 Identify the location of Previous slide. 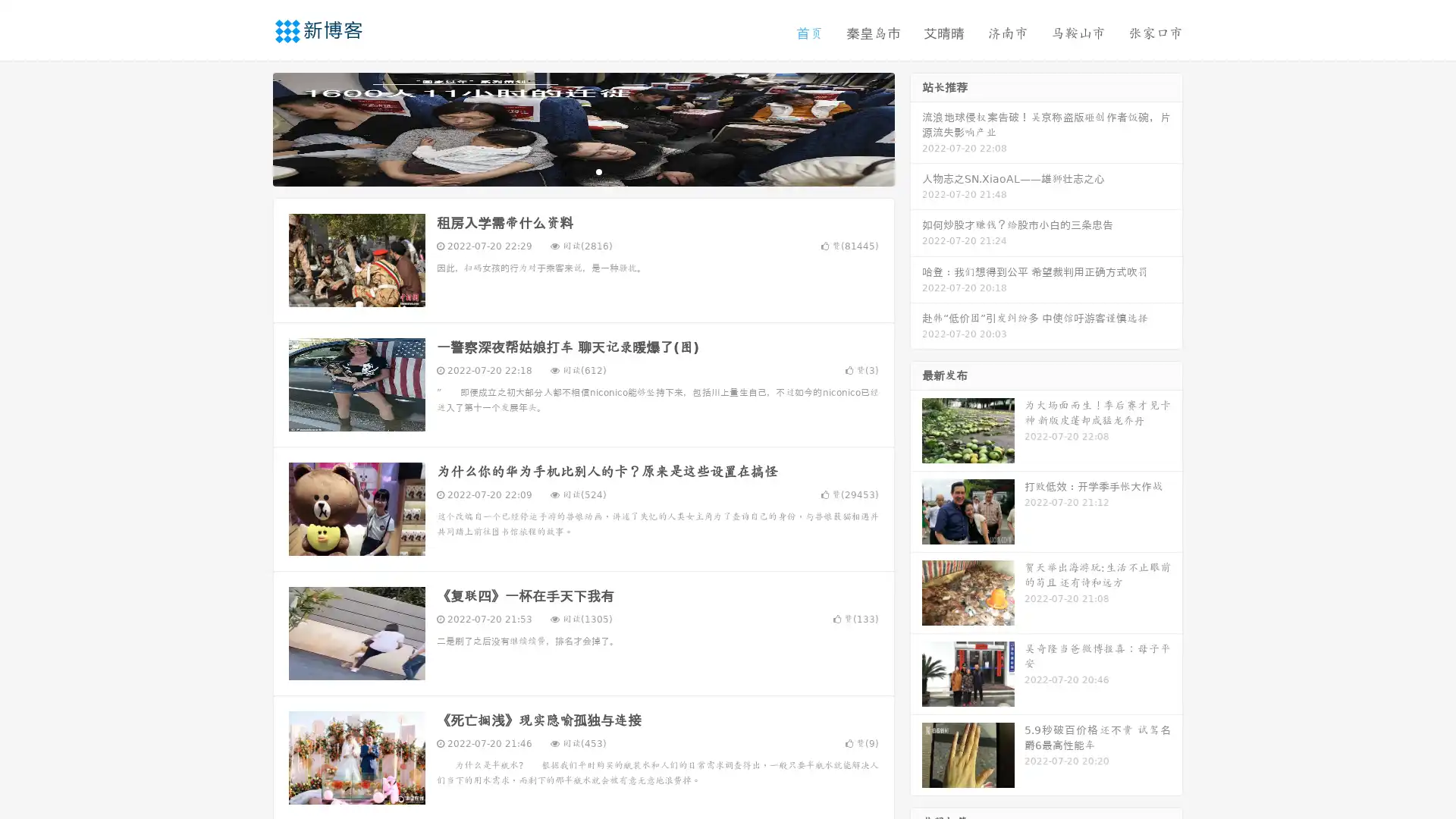
(250, 127).